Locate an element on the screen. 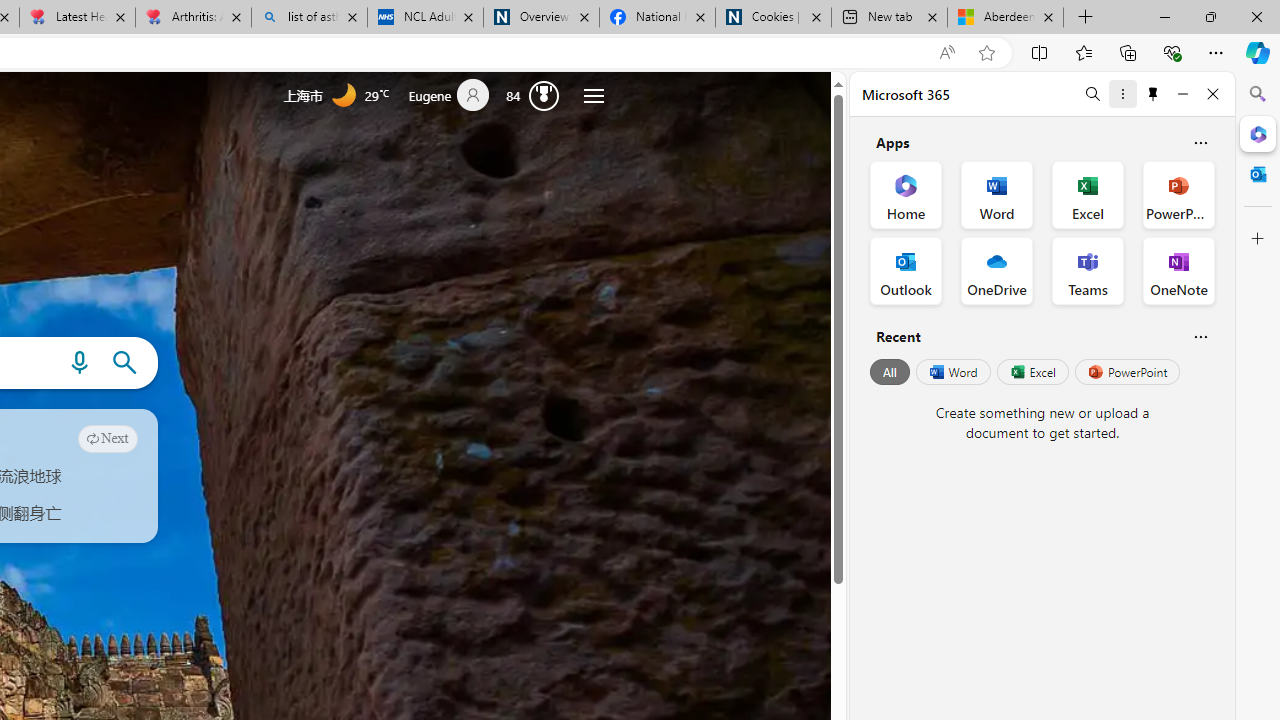  'OneDrive Office App' is located at coordinates (997, 271).